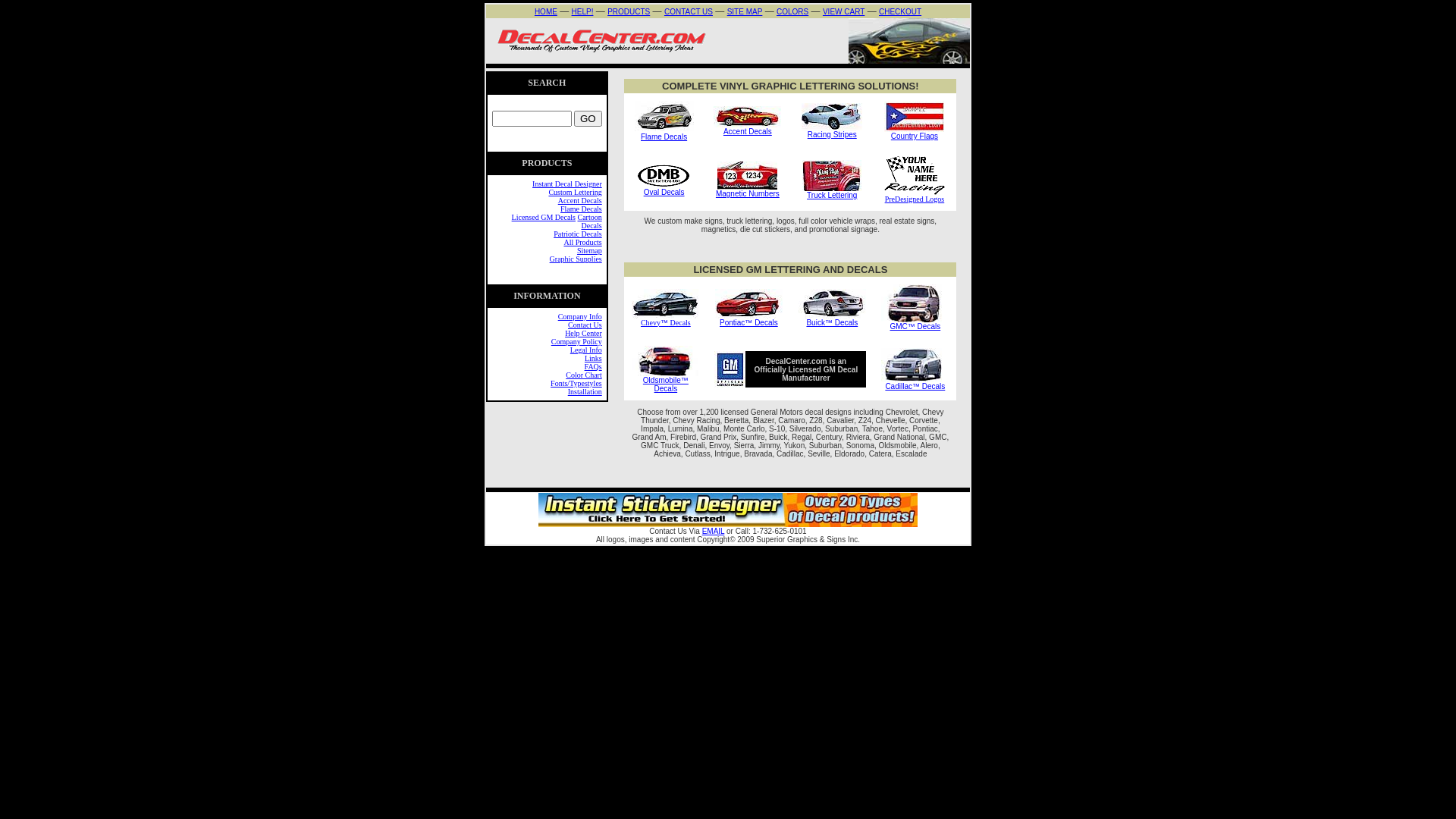 Image resolution: width=1456 pixels, height=819 pixels. I want to click on 'Custom Lettering', so click(548, 191).